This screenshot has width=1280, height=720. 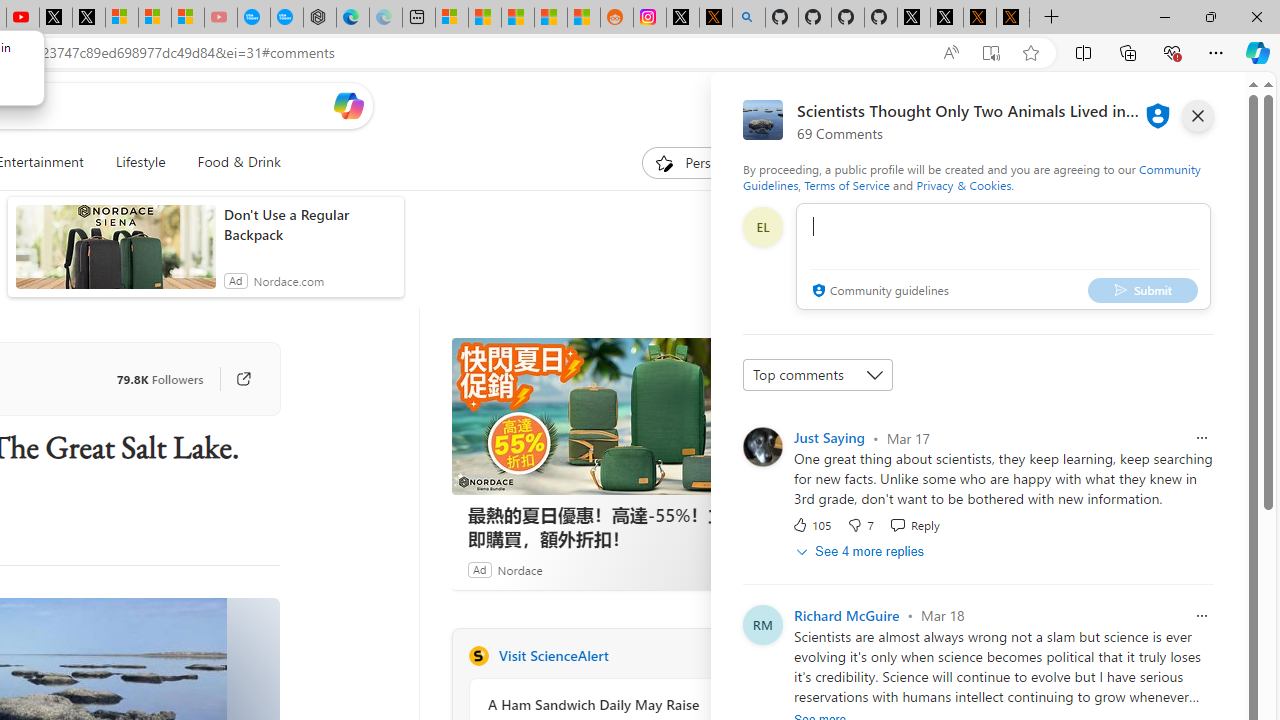 What do you see at coordinates (139, 162) in the screenshot?
I see `'Lifestyle'` at bounding box center [139, 162].